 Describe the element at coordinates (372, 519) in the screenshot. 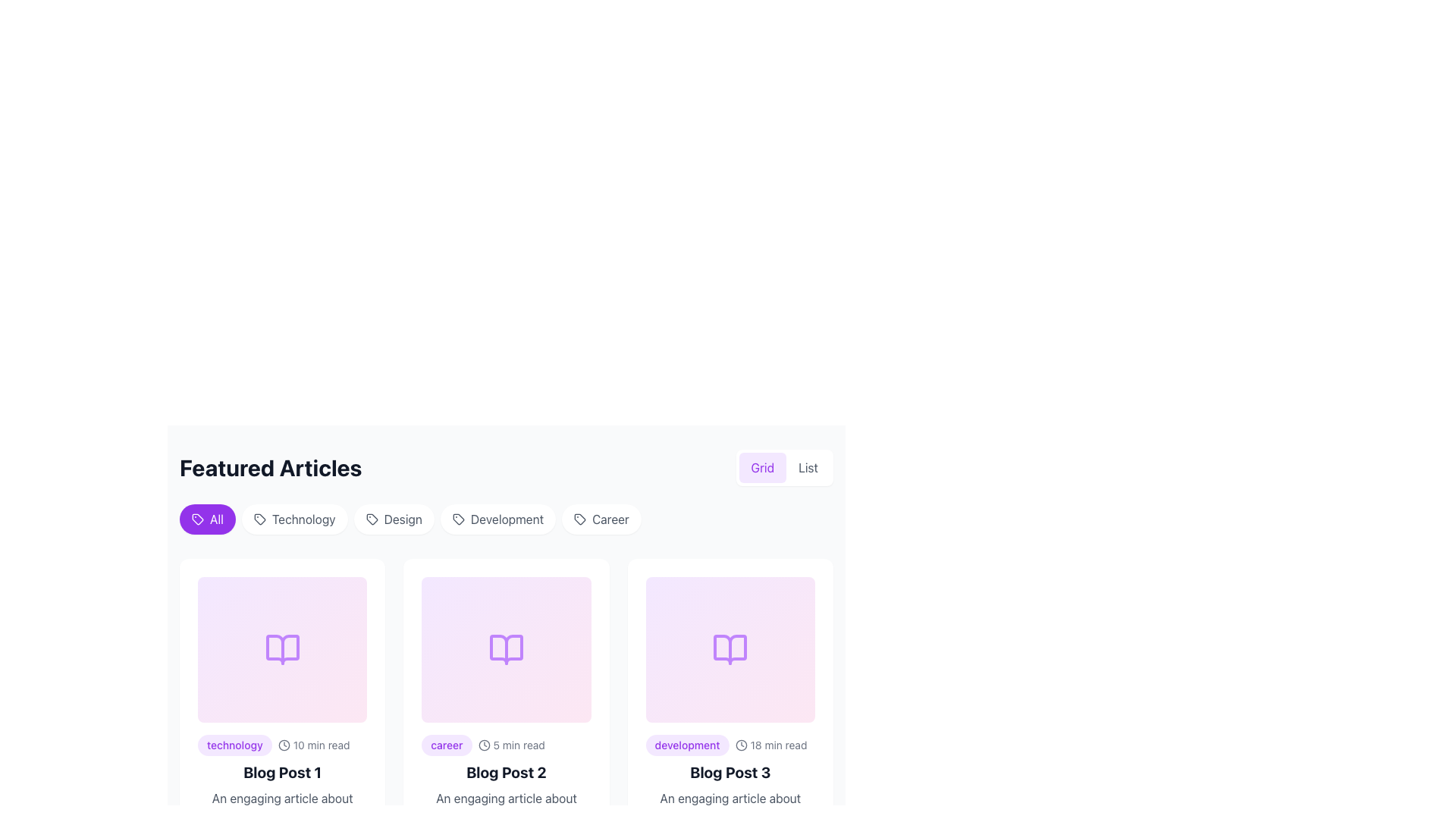

I see `the tag icon located to the left of the 'Design' text within the pill-shaped button on the horizontal navigation bar of the 'Featured Articles' section` at that location.